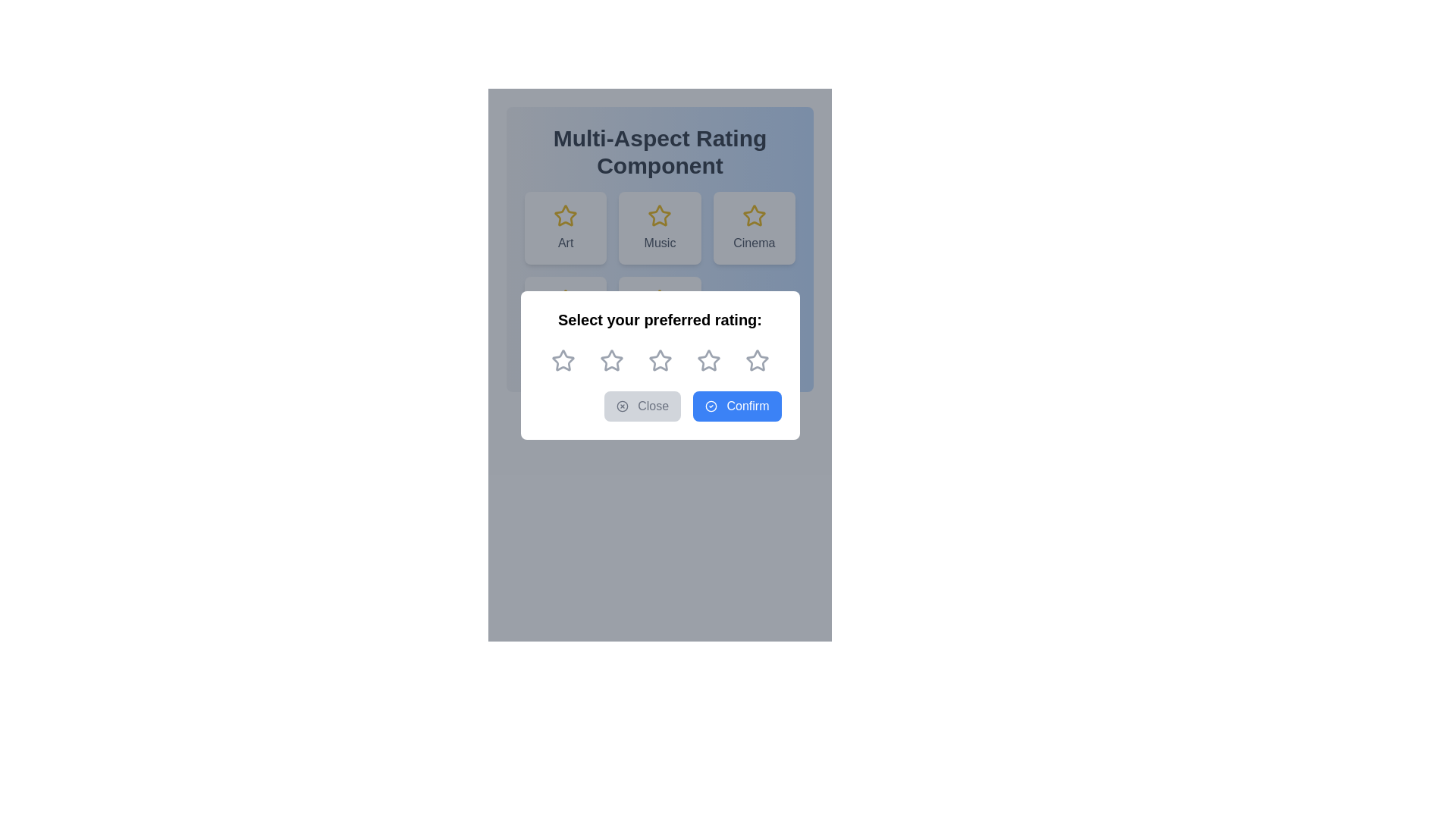 The image size is (1456, 819). What do you see at coordinates (757, 360) in the screenshot?
I see `the fourth star icon in the rating dialog, which is styled in a clean, outlined format and represents a rating option` at bounding box center [757, 360].